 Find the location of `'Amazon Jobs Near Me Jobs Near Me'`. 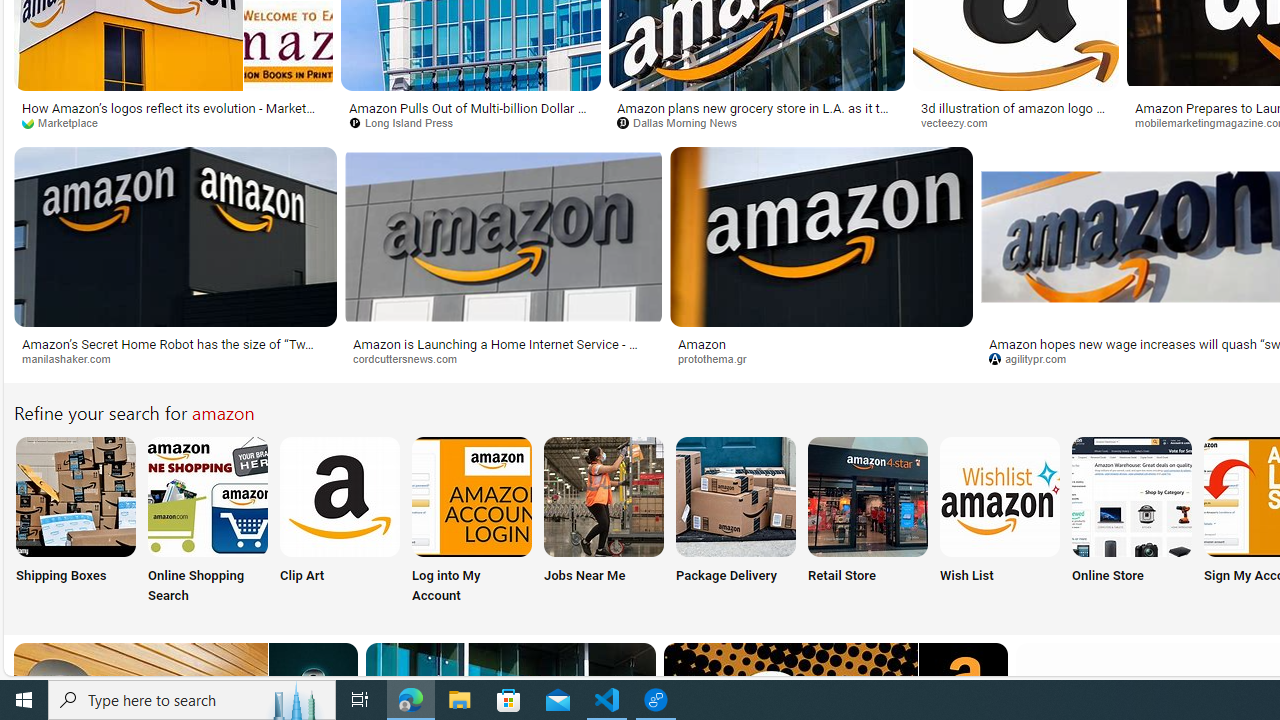

'Amazon Jobs Near Me Jobs Near Me' is located at coordinates (603, 521).